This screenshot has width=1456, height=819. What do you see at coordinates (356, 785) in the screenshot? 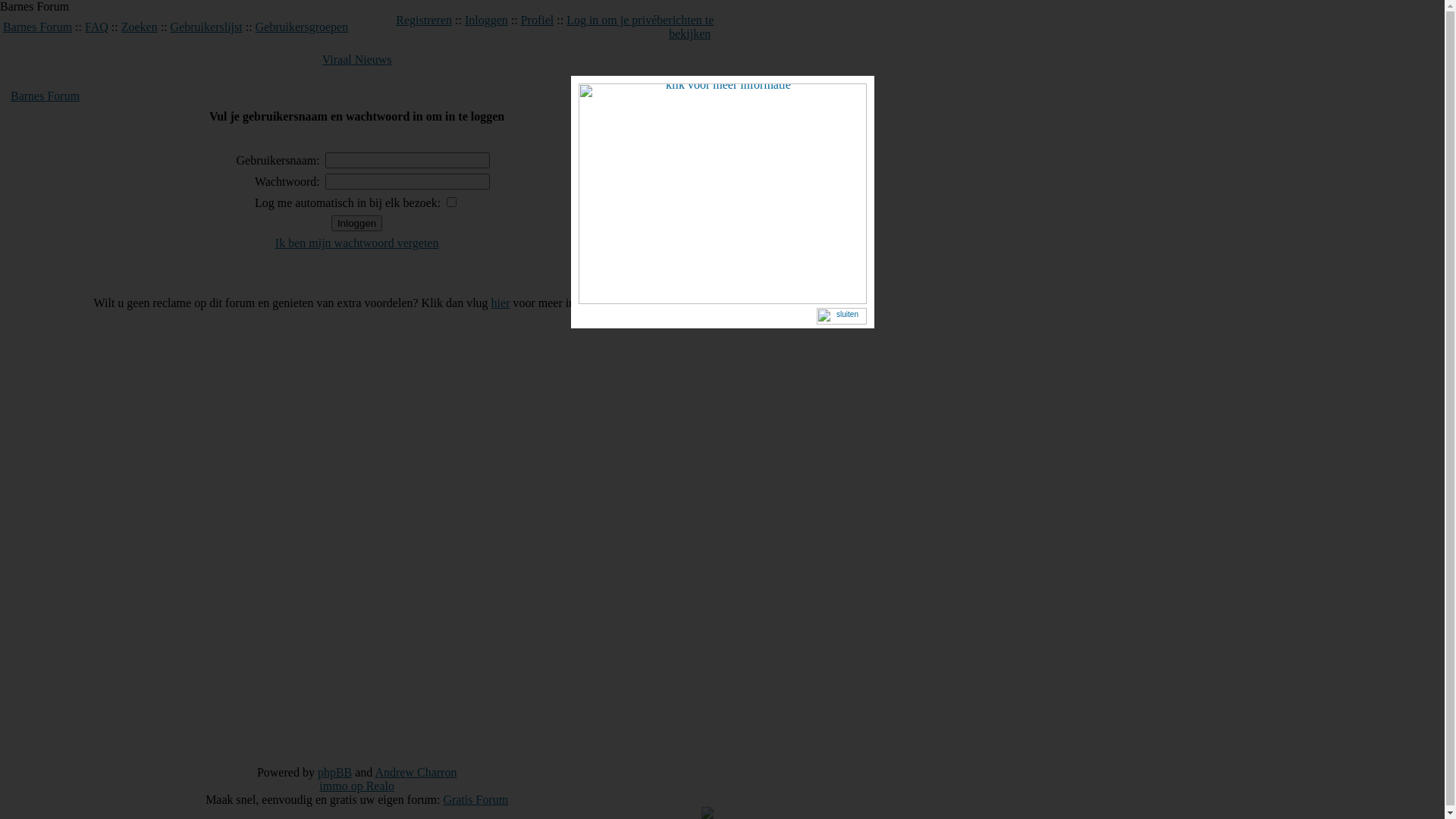
I see `'immo op Realo'` at bounding box center [356, 785].